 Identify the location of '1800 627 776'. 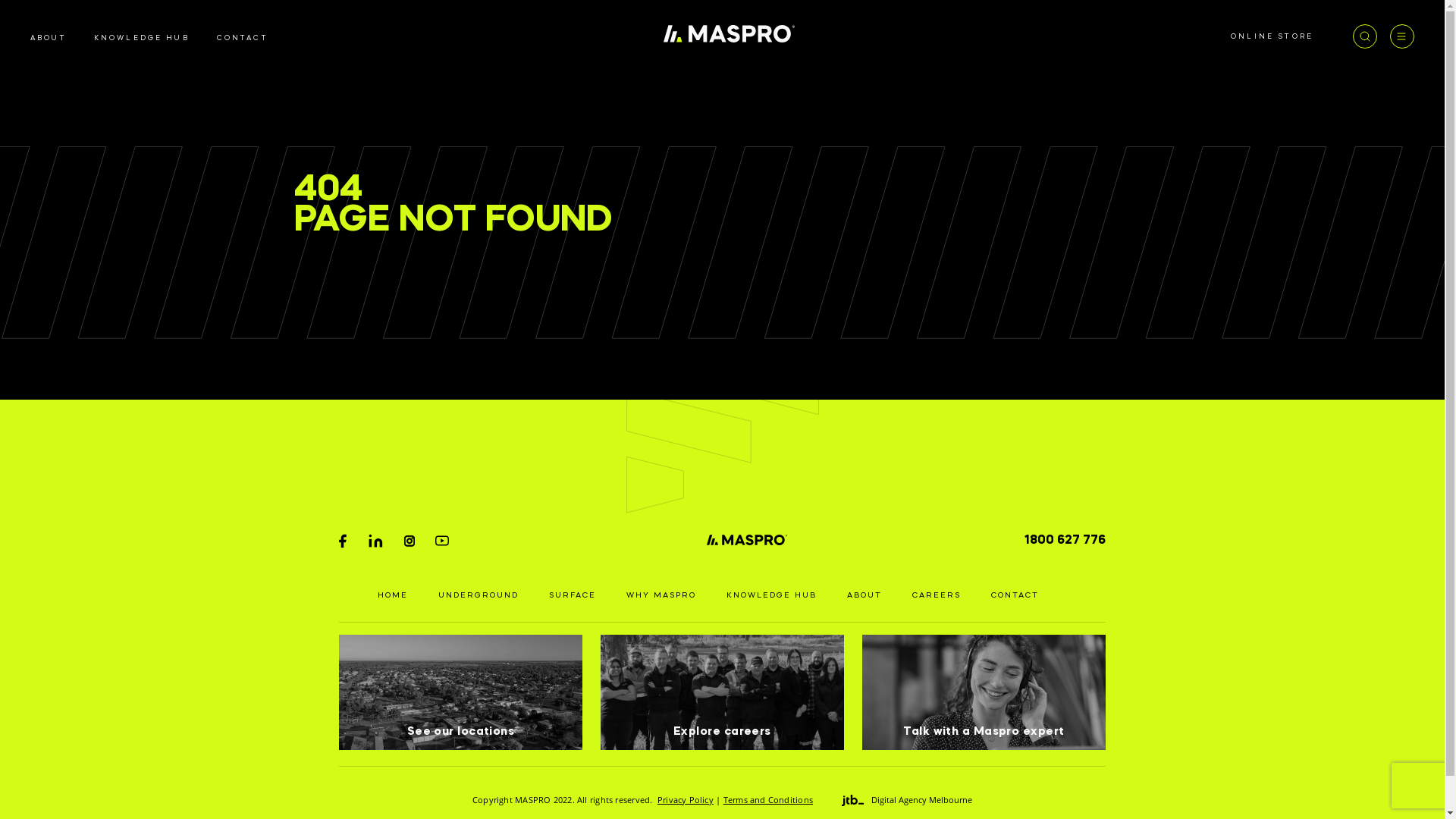
(1064, 539).